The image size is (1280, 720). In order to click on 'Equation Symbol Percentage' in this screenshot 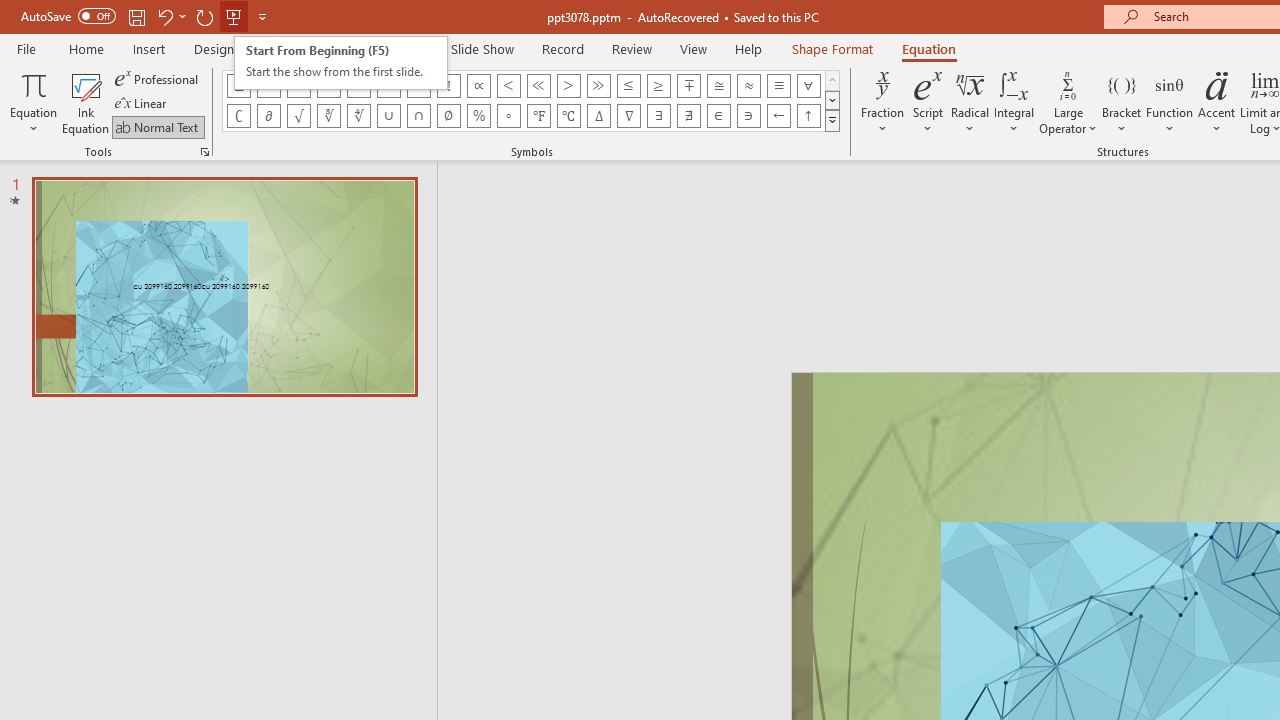, I will do `click(477, 115)`.